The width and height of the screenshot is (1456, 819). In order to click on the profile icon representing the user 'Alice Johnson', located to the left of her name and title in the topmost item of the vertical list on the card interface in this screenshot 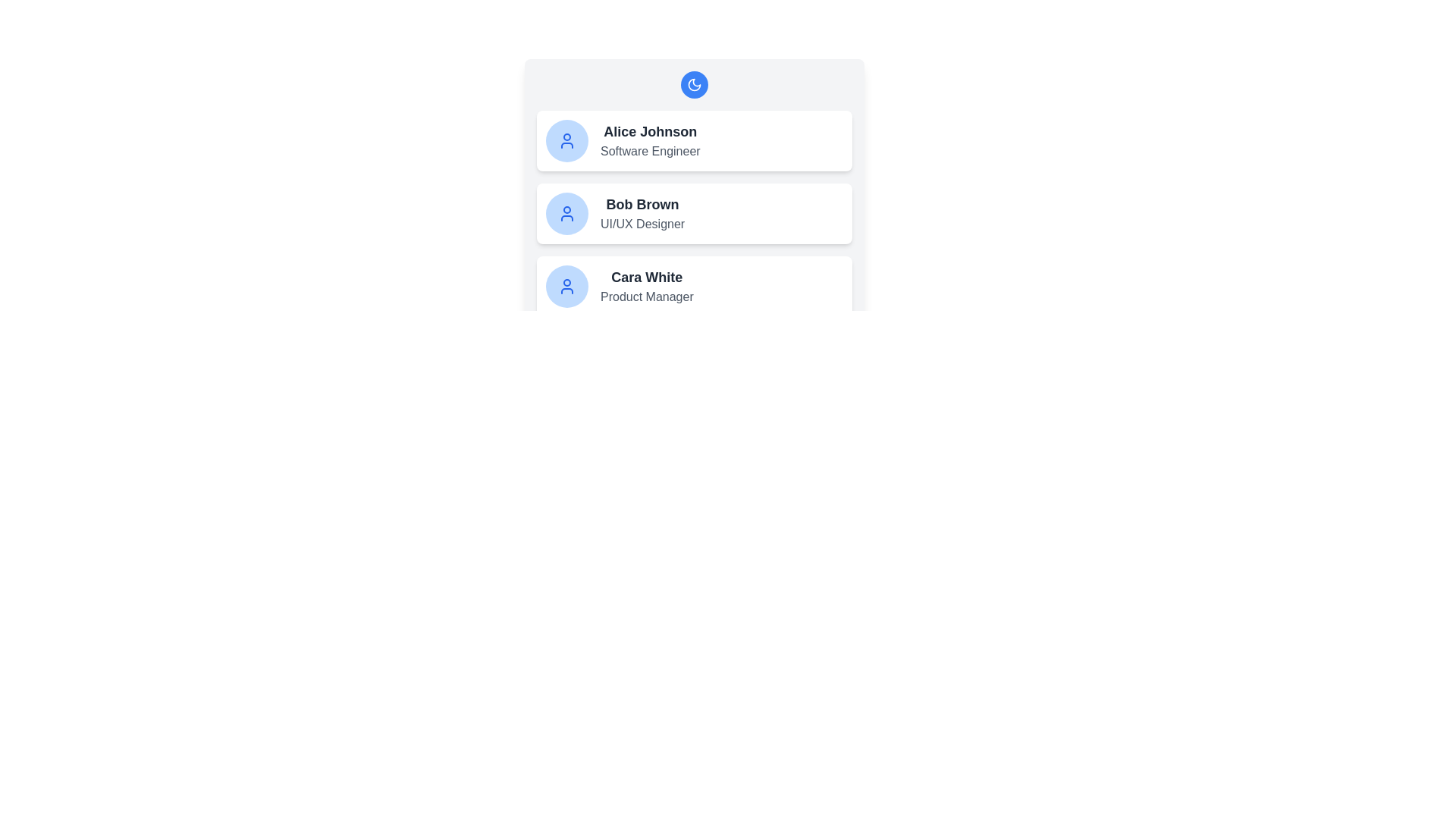, I will do `click(566, 140)`.